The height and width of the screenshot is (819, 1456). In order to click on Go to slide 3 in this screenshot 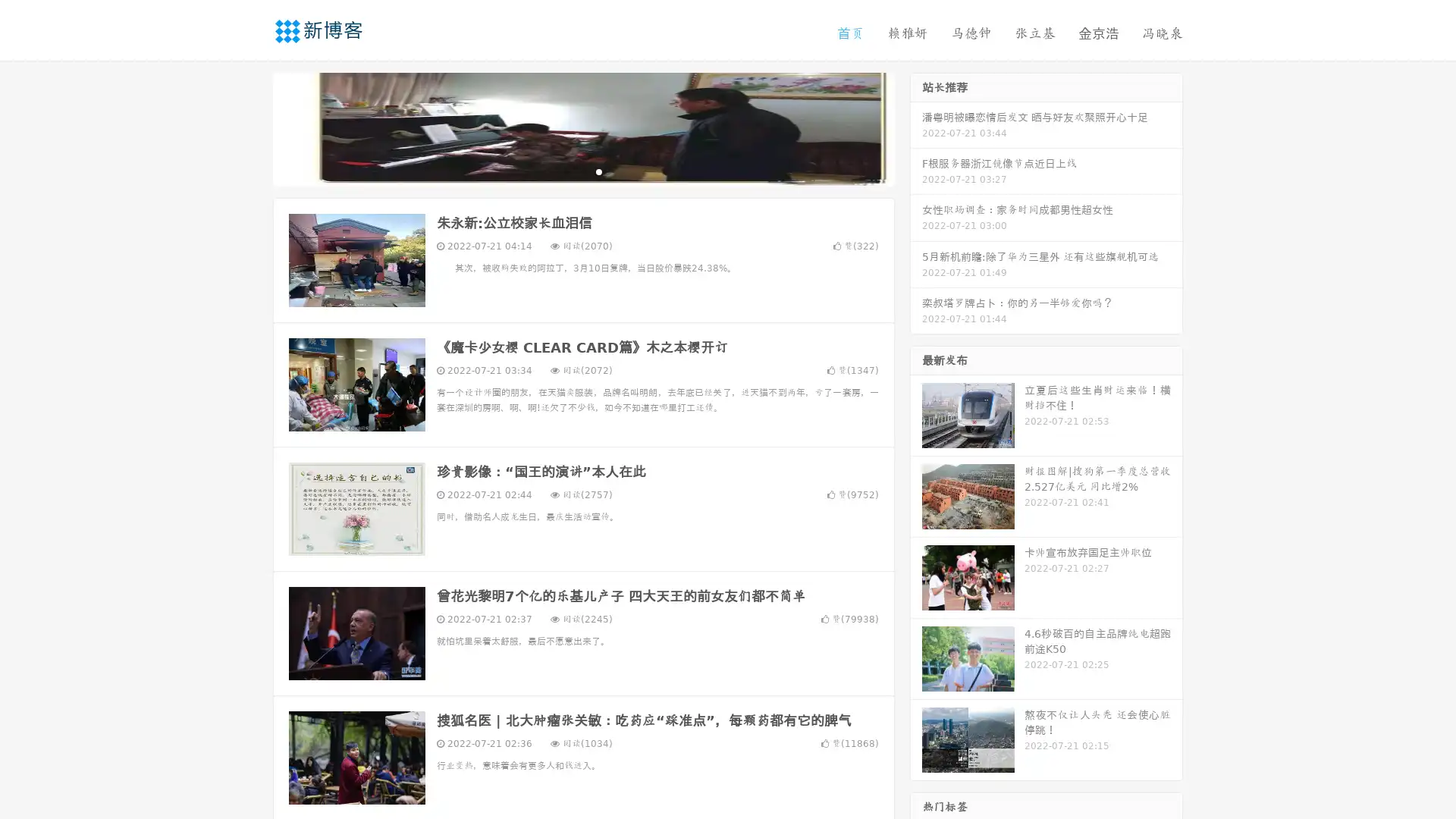, I will do `click(598, 171)`.